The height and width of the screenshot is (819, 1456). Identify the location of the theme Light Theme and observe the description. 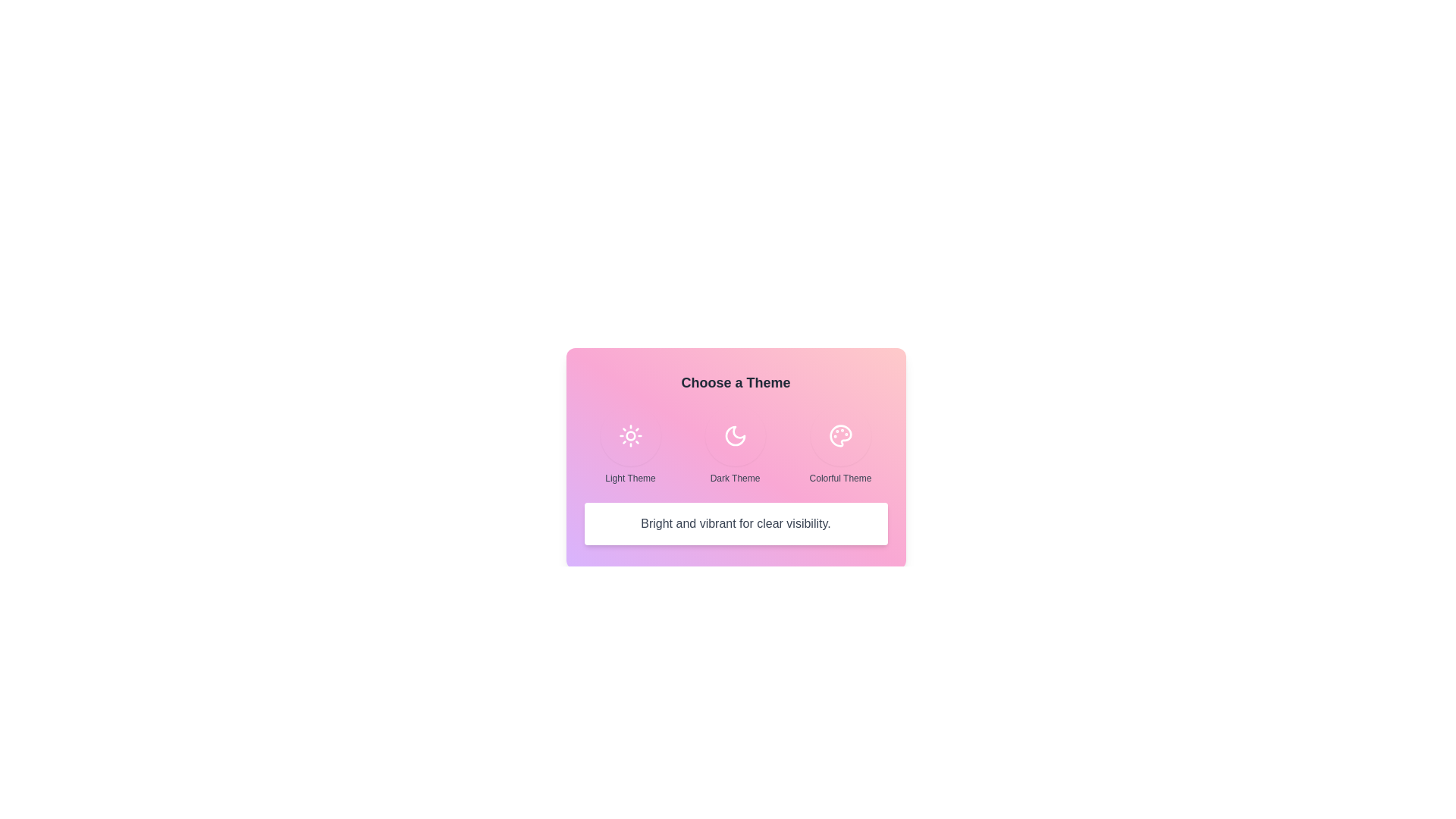
(630, 435).